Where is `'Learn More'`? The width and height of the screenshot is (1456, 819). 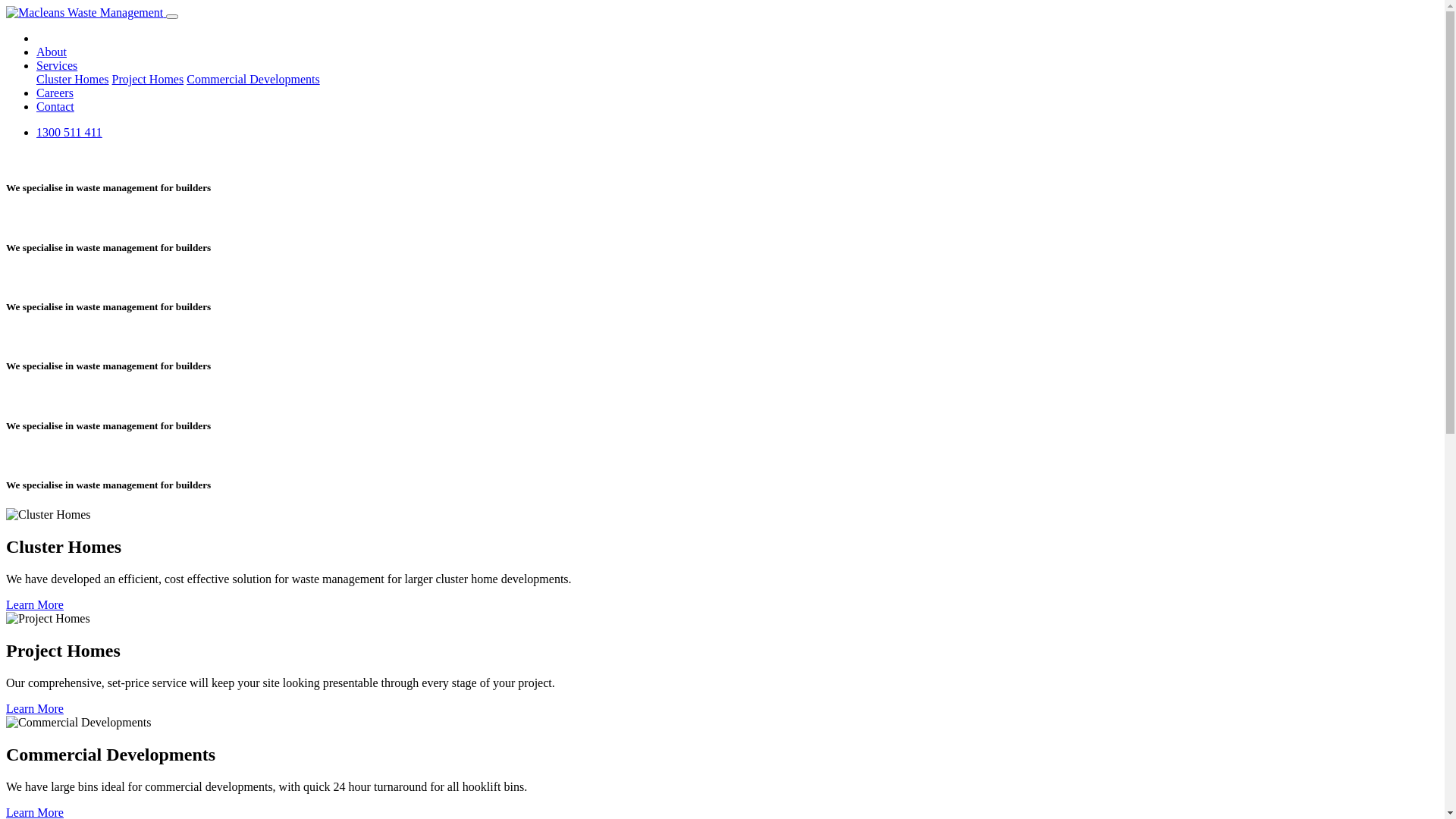 'Learn More' is located at coordinates (35, 811).